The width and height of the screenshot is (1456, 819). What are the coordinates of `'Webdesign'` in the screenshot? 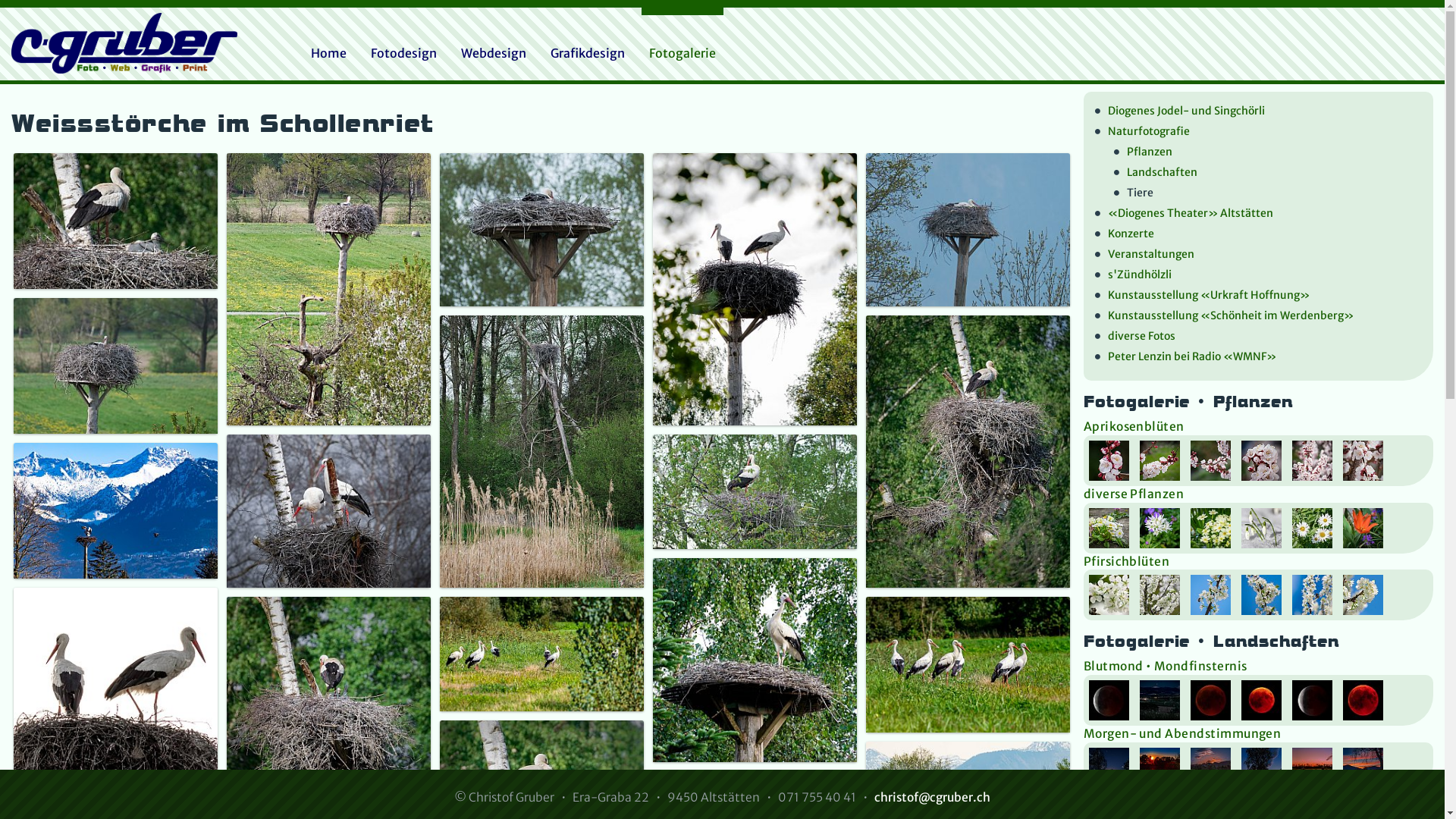 It's located at (453, 52).